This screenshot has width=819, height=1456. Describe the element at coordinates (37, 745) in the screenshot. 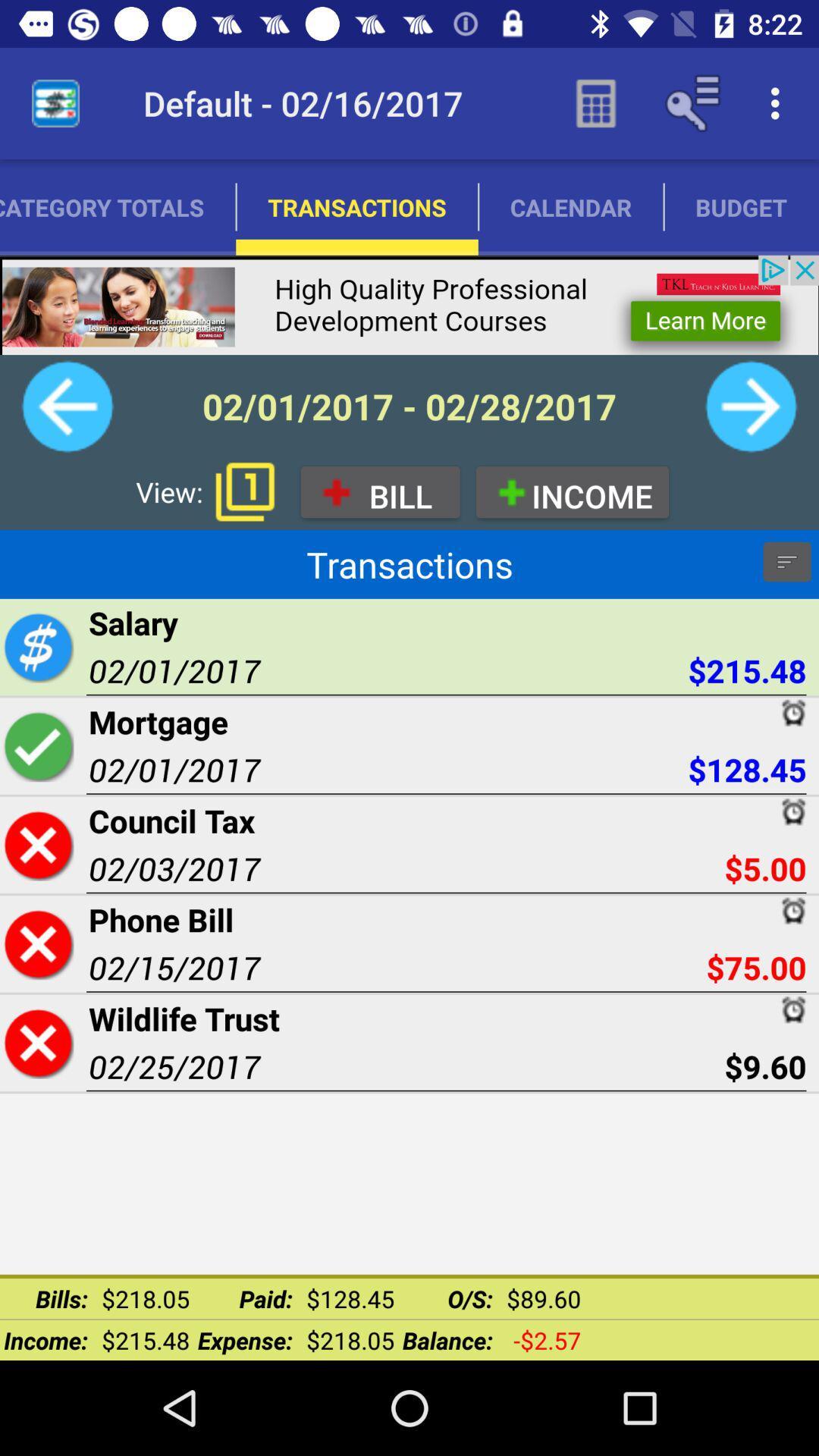

I see `when payment is made` at that location.